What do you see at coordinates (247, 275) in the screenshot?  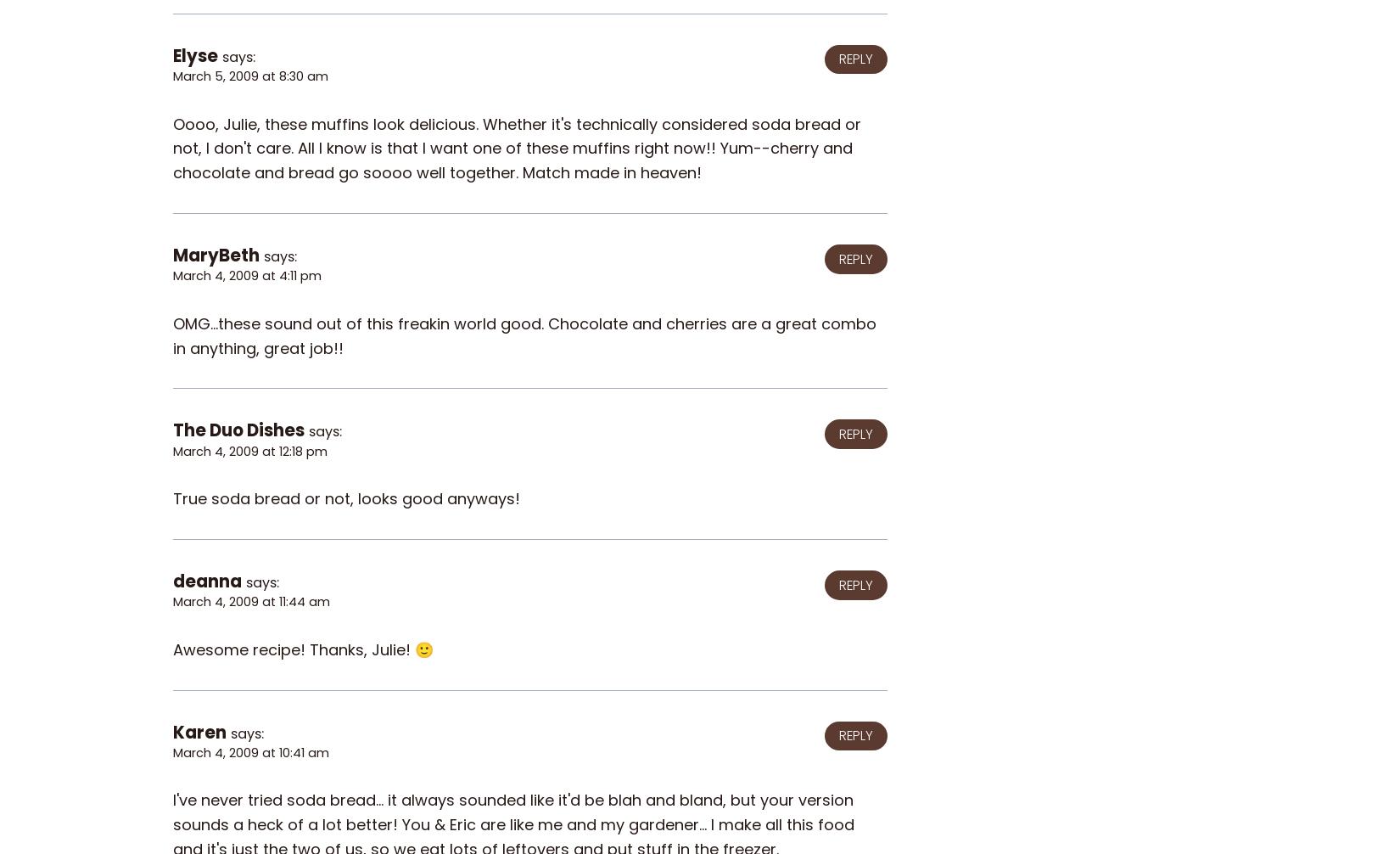 I see `'March 4, 2009 at 4:11 pm'` at bounding box center [247, 275].